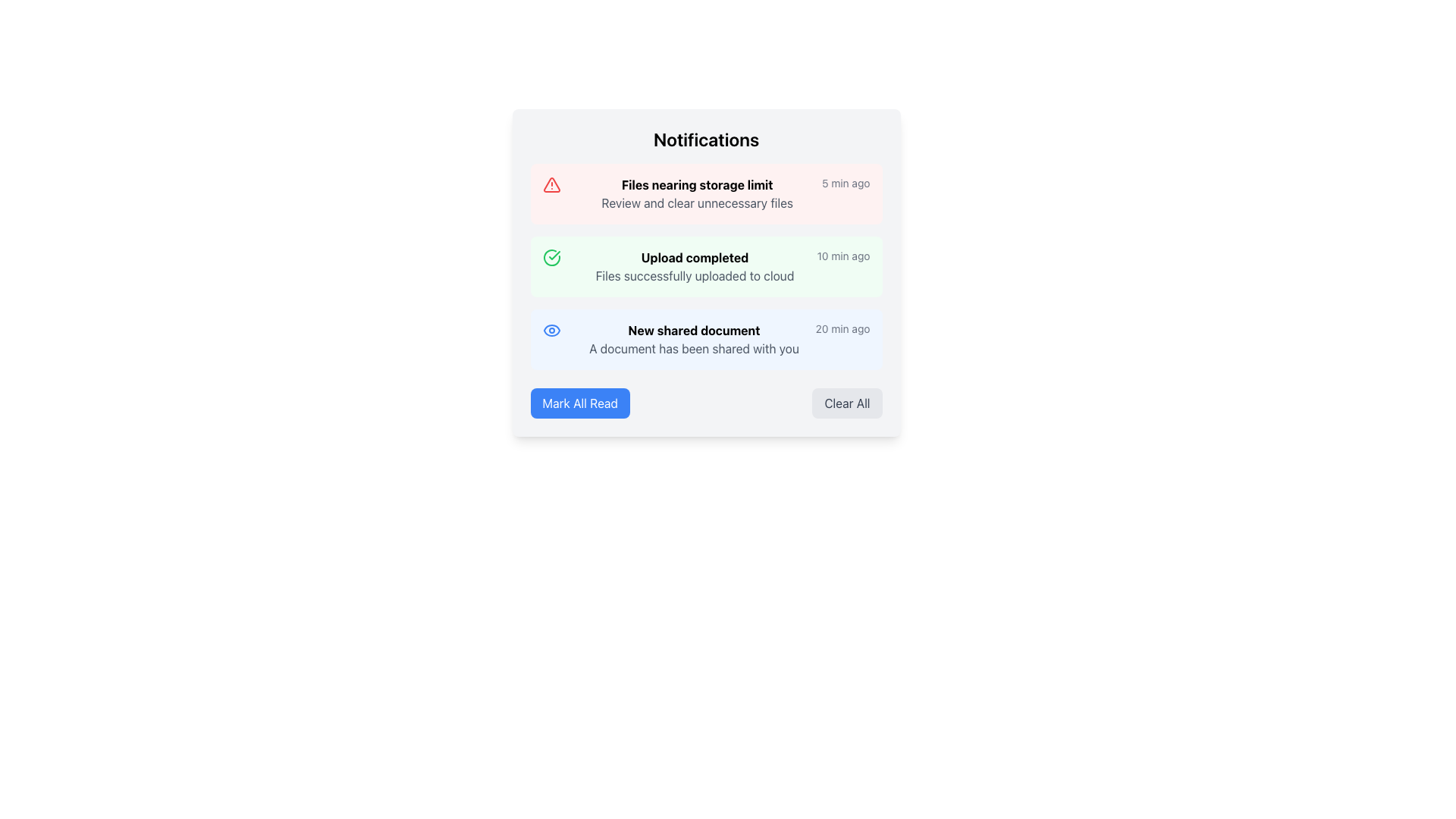  I want to click on the red triangle warning icon next to the text 'Files nearing storage limit' in the notification card, so click(551, 184).